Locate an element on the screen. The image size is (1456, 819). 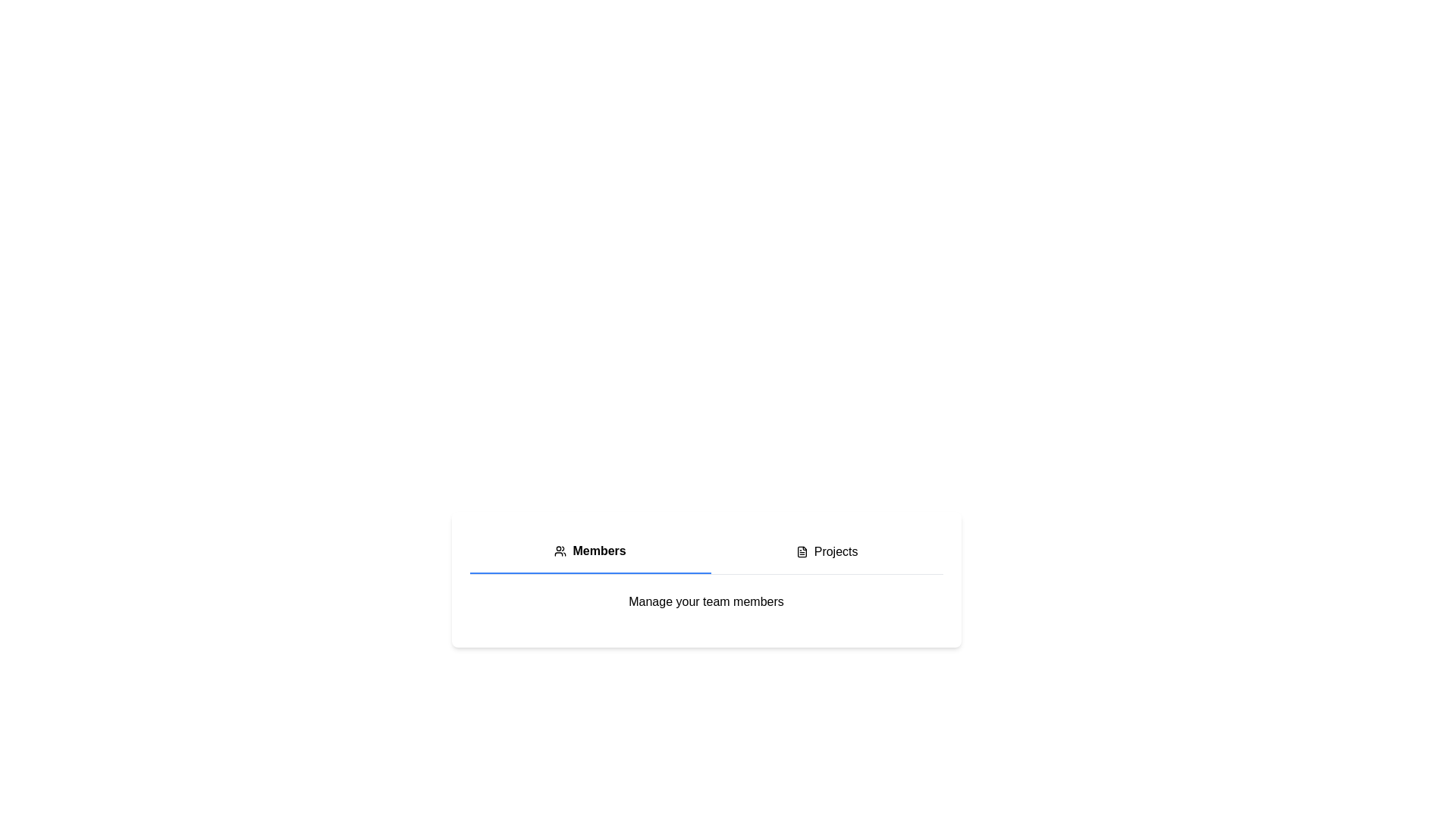
the decorative icon associated with the 'Projects' label located in the horizontal header bar, which is the first item on the right side of the bar is located at coordinates (801, 552).